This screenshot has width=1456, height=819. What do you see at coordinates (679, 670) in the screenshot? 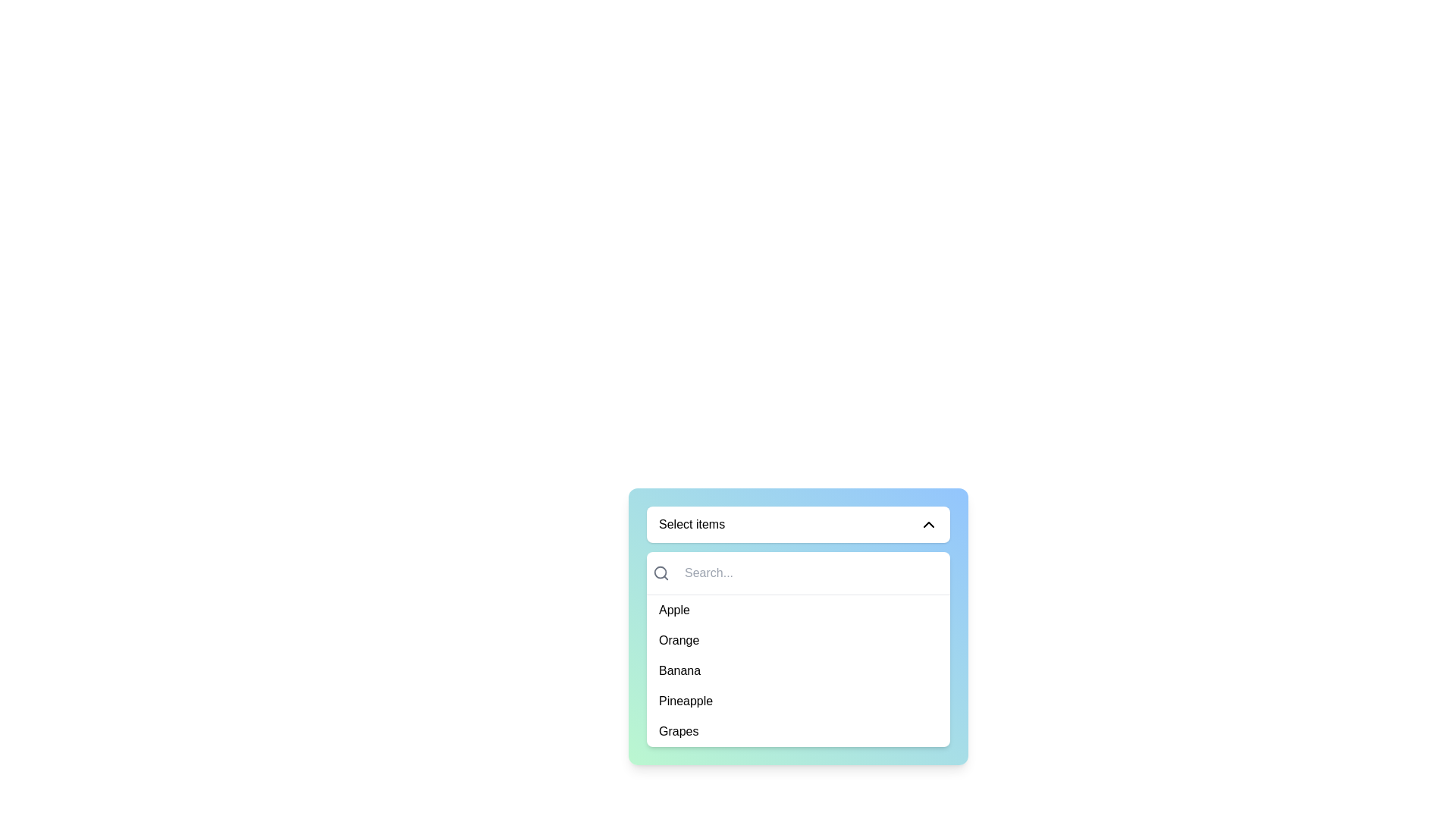
I see `the selectable label titled 'Banana' in the dropdown menu` at bounding box center [679, 670].